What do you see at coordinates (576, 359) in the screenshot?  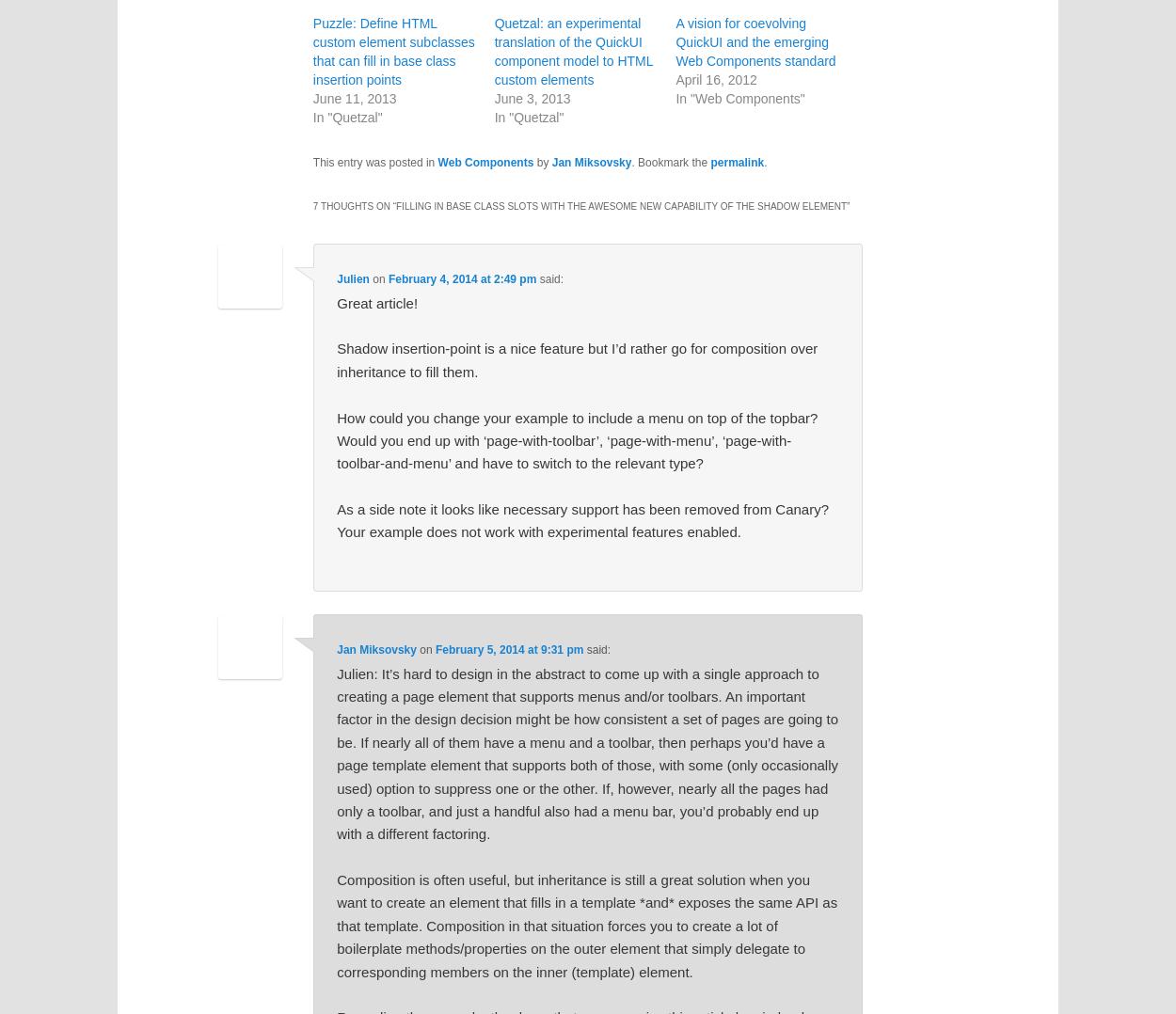 I see `'Shadow insertion-point is a nice feature but I’d rather go for composition over inheritance to fill them.'` at bounding box center [576, 359].